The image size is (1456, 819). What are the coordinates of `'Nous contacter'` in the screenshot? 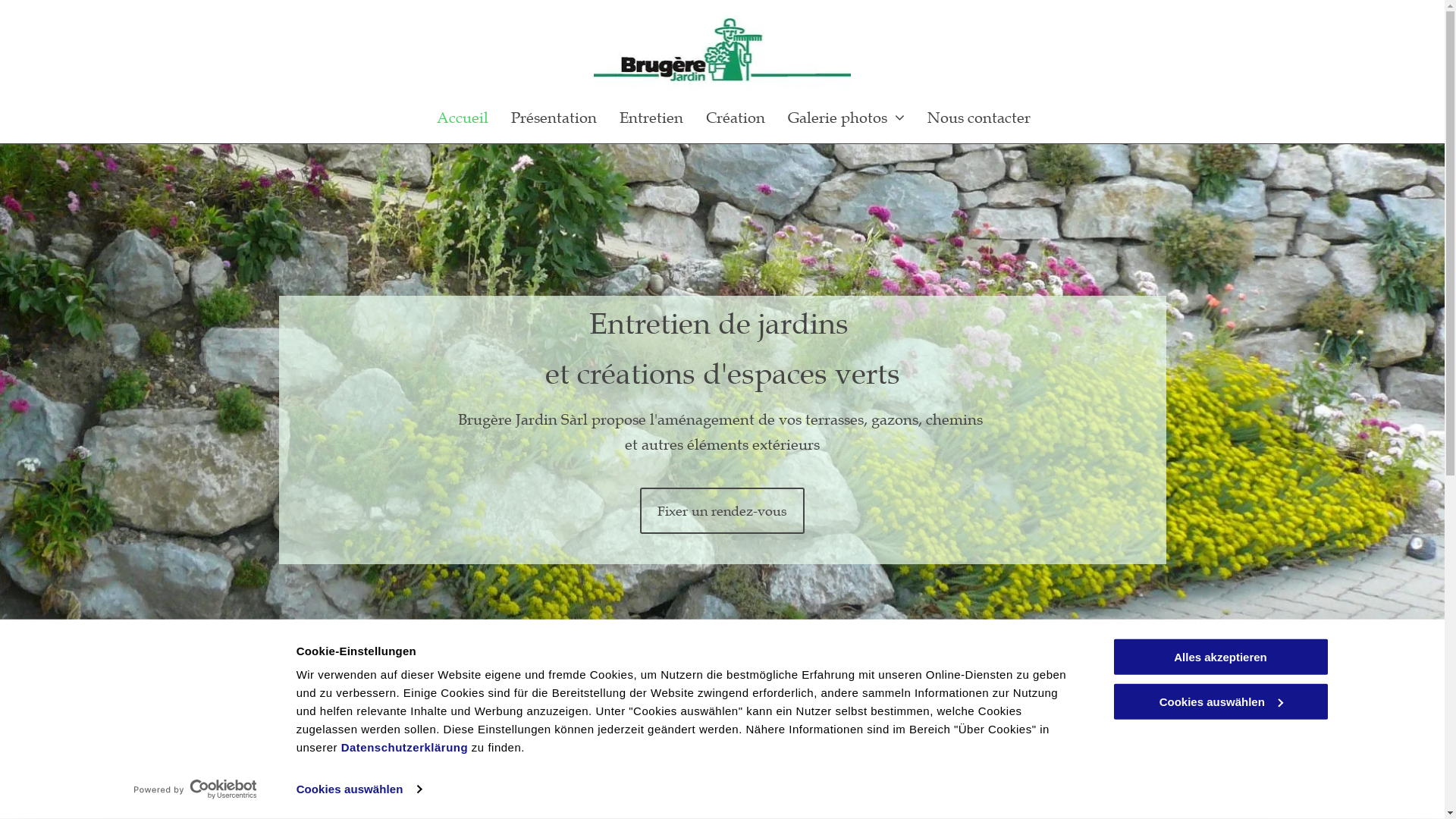 It's located at (979, 116).